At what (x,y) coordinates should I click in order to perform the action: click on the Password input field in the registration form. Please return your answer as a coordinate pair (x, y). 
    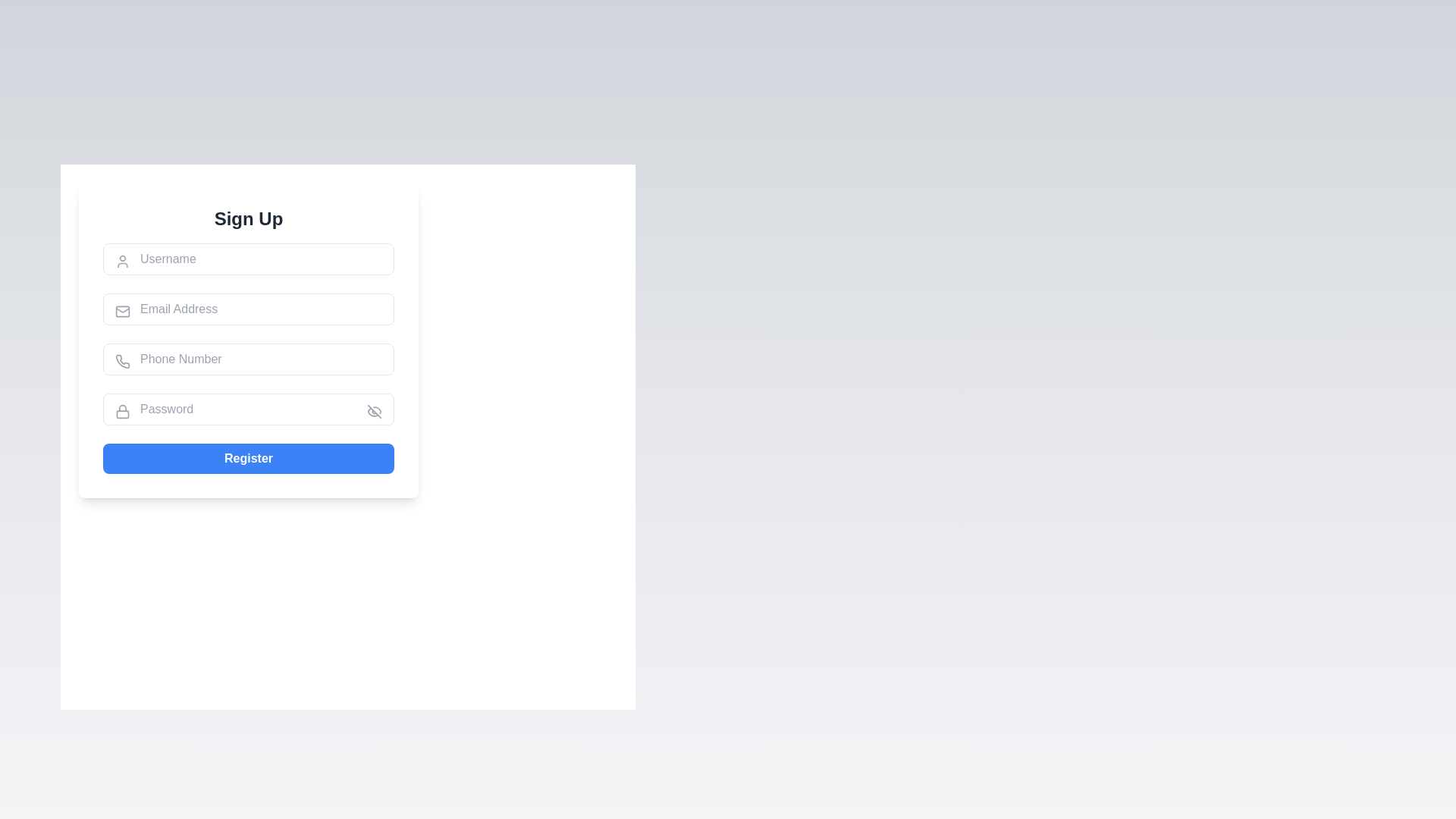
    Looking at the image, I should click on (248, 409).